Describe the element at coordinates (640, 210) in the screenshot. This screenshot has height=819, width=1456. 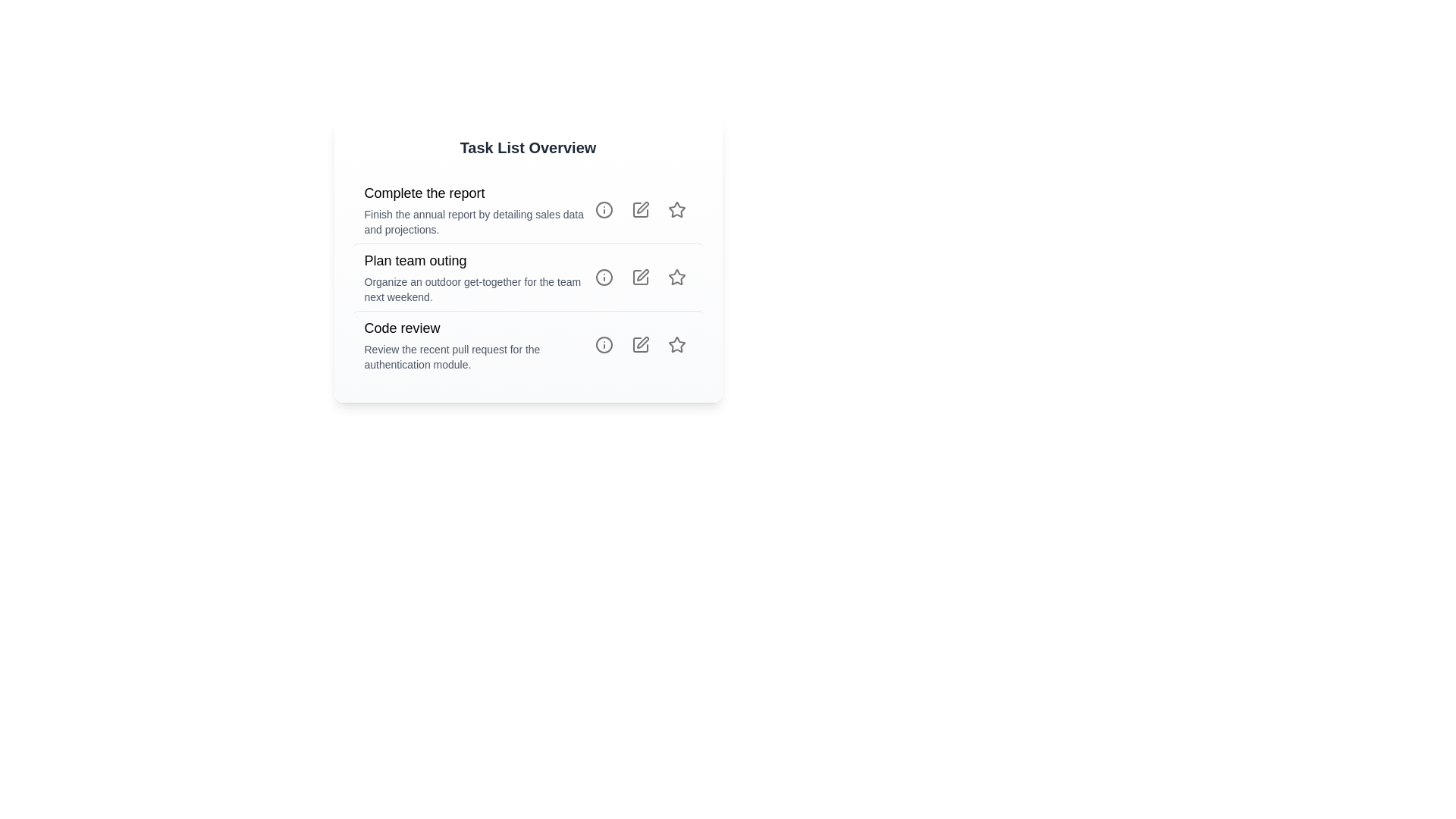
I see `the edit action button located to the right of the task labeled 'Complete the report'` at that location.